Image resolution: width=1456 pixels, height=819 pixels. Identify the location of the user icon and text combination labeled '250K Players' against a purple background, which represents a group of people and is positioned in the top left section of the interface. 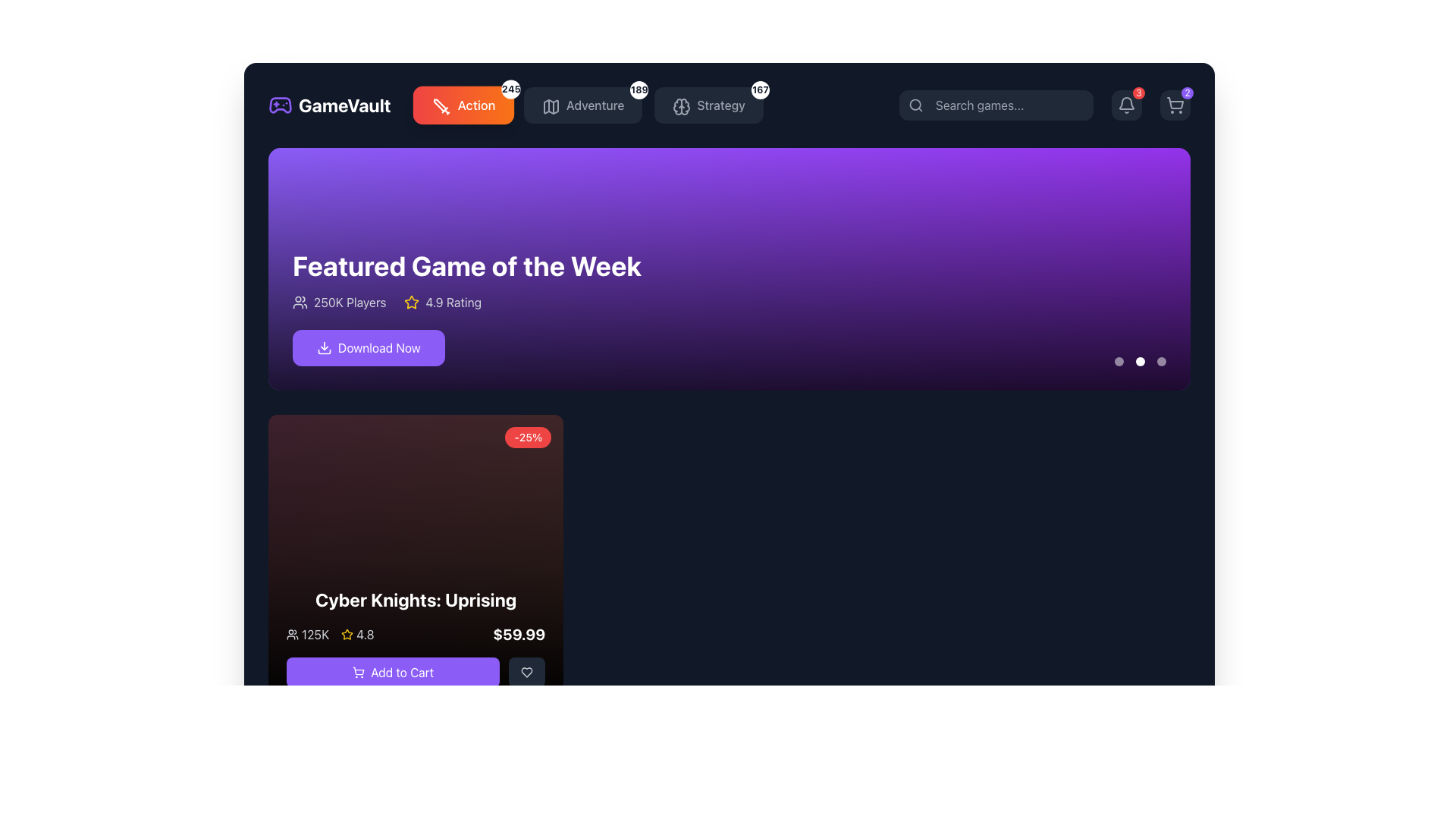
(338, 302).